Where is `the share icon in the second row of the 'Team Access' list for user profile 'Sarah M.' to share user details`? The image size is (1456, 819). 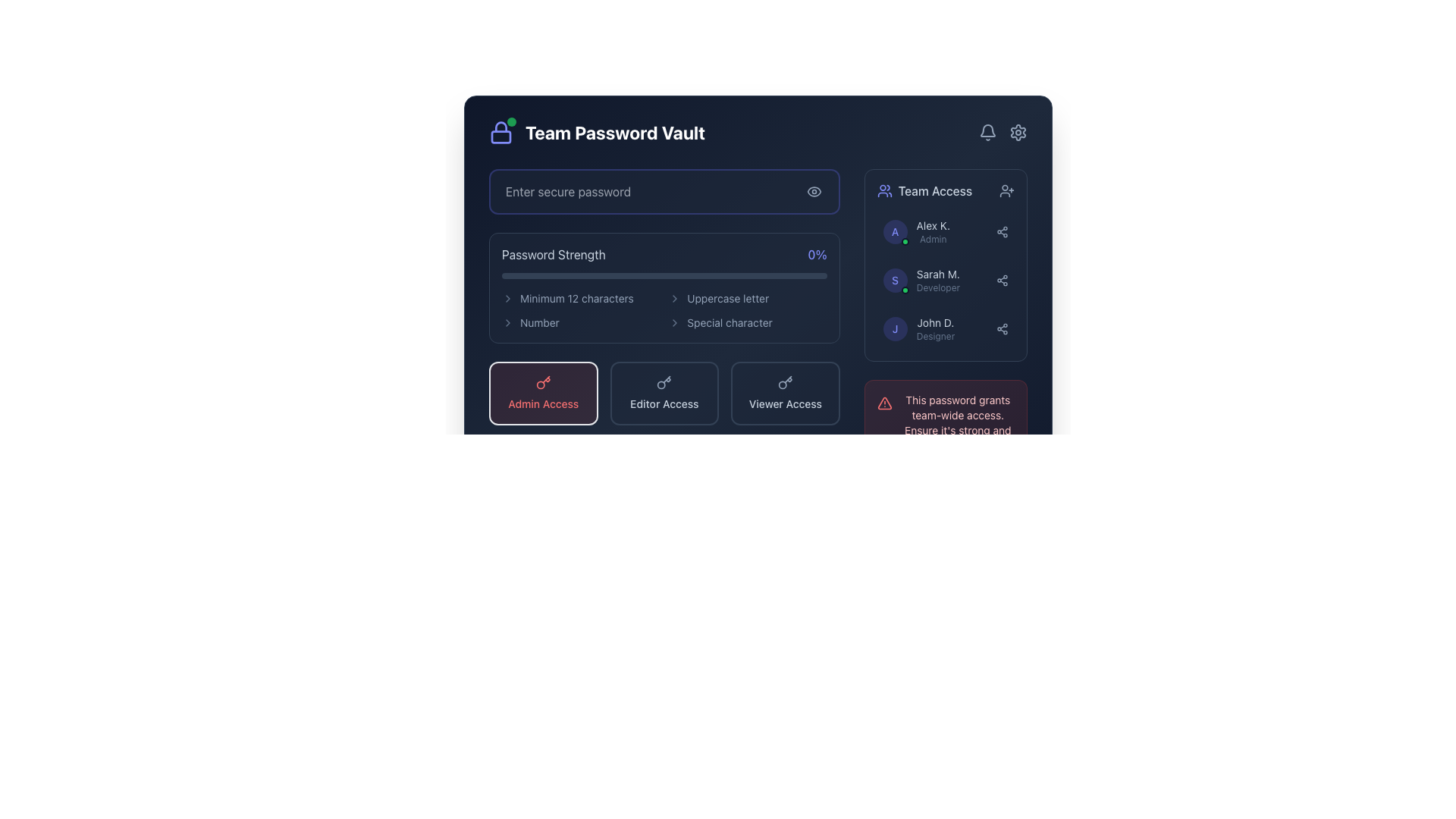
the share icon in the second row of the 'Team Access' list for user profile 'Sarah M.' to share user details is located at coordinates (945, 281).